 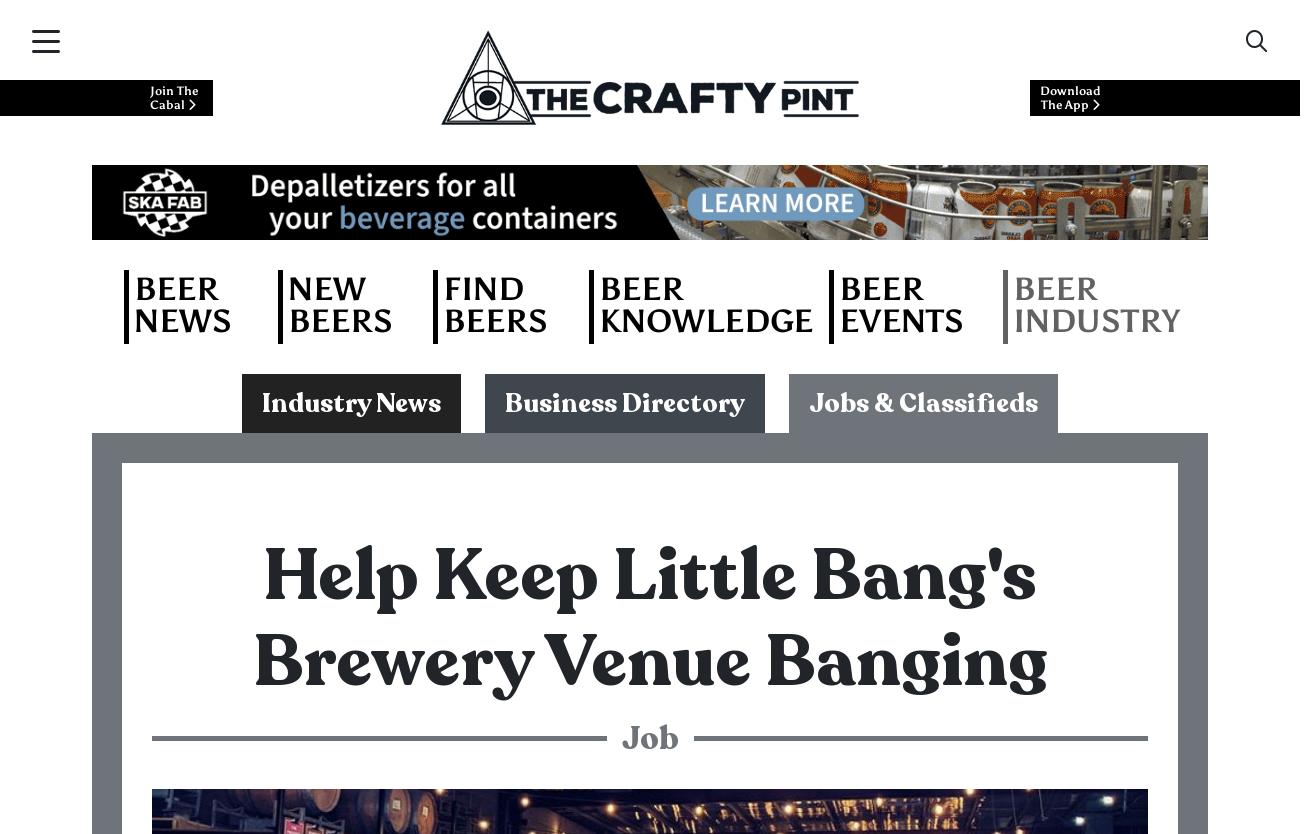 I want to click on 'We serve our own and other craft beers from Australia and around the world, along with local wines. We see our tap room as a place for broadening the beer experience but also as a welcoming and relaxed social space.', so click(x=645, y=477).